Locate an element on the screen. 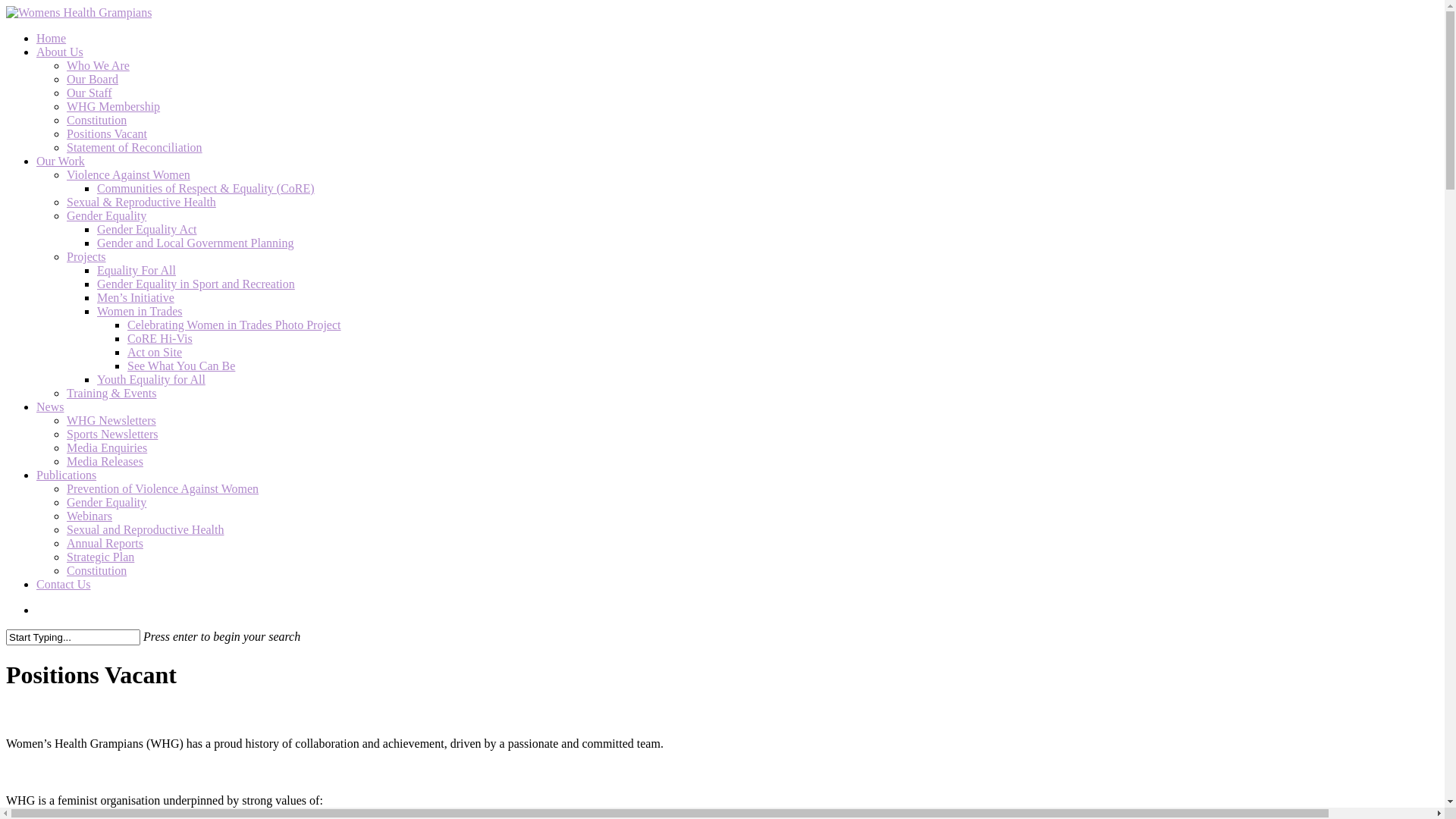 This screenshot has width=1456, height=819. 'Positions Vacant' is located at coordinates (105, 133).